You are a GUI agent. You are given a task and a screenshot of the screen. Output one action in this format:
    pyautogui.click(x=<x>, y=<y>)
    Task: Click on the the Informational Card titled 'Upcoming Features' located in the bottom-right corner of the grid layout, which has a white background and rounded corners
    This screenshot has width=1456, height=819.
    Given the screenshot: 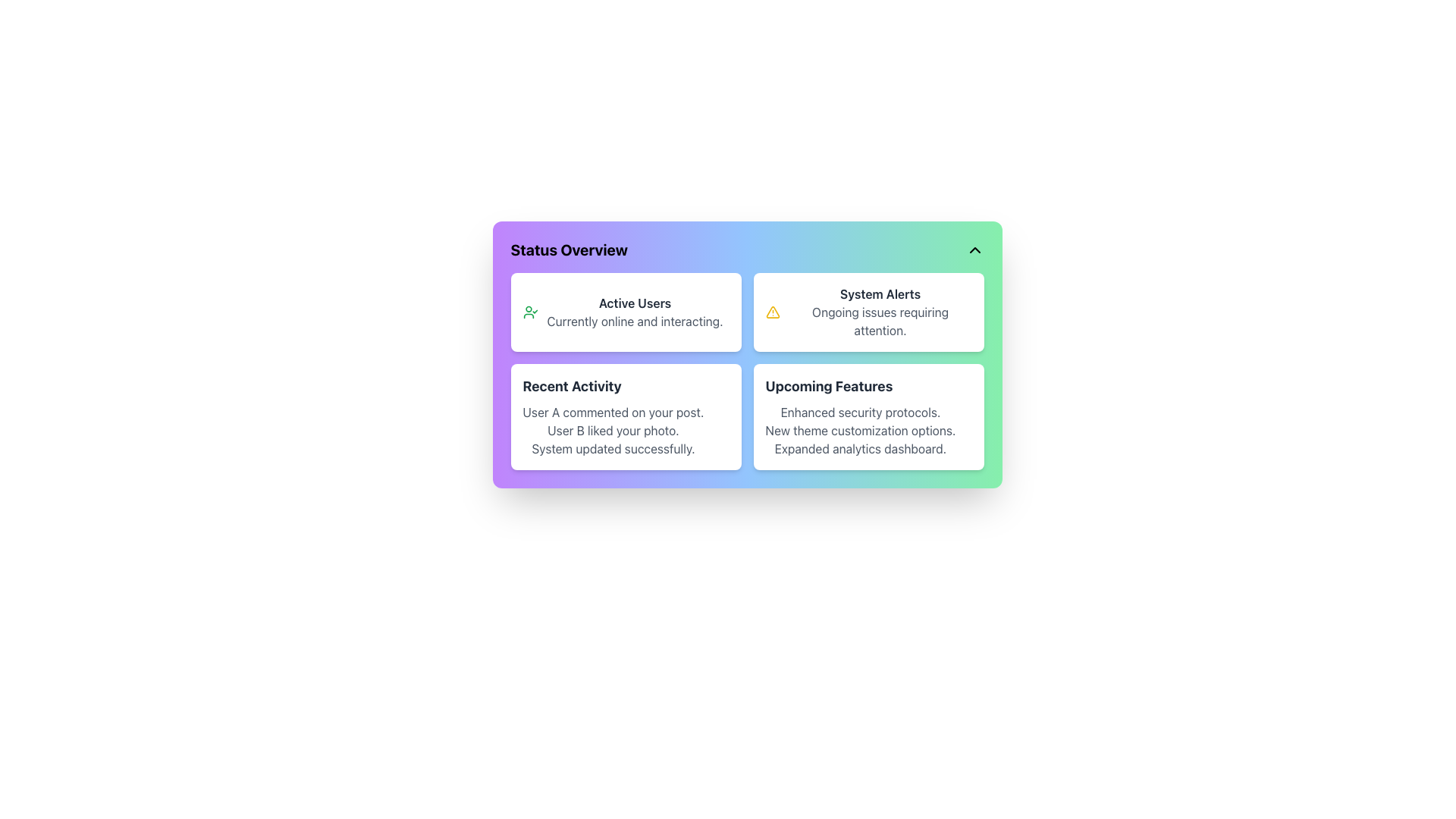 What is the action you would take?
    pyautogui.click(x=868, y=417)
    